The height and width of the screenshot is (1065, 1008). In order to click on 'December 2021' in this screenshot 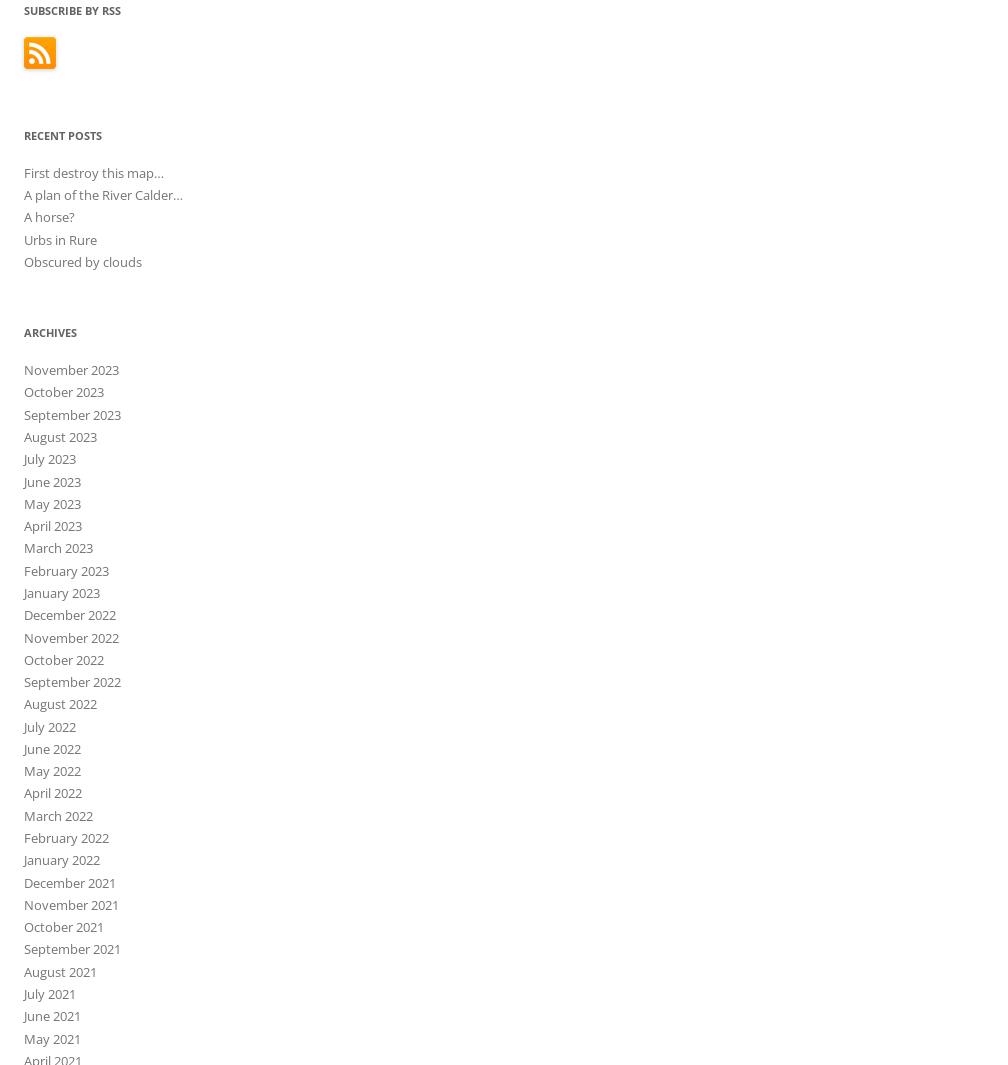, I will do `click(69, 882)`.